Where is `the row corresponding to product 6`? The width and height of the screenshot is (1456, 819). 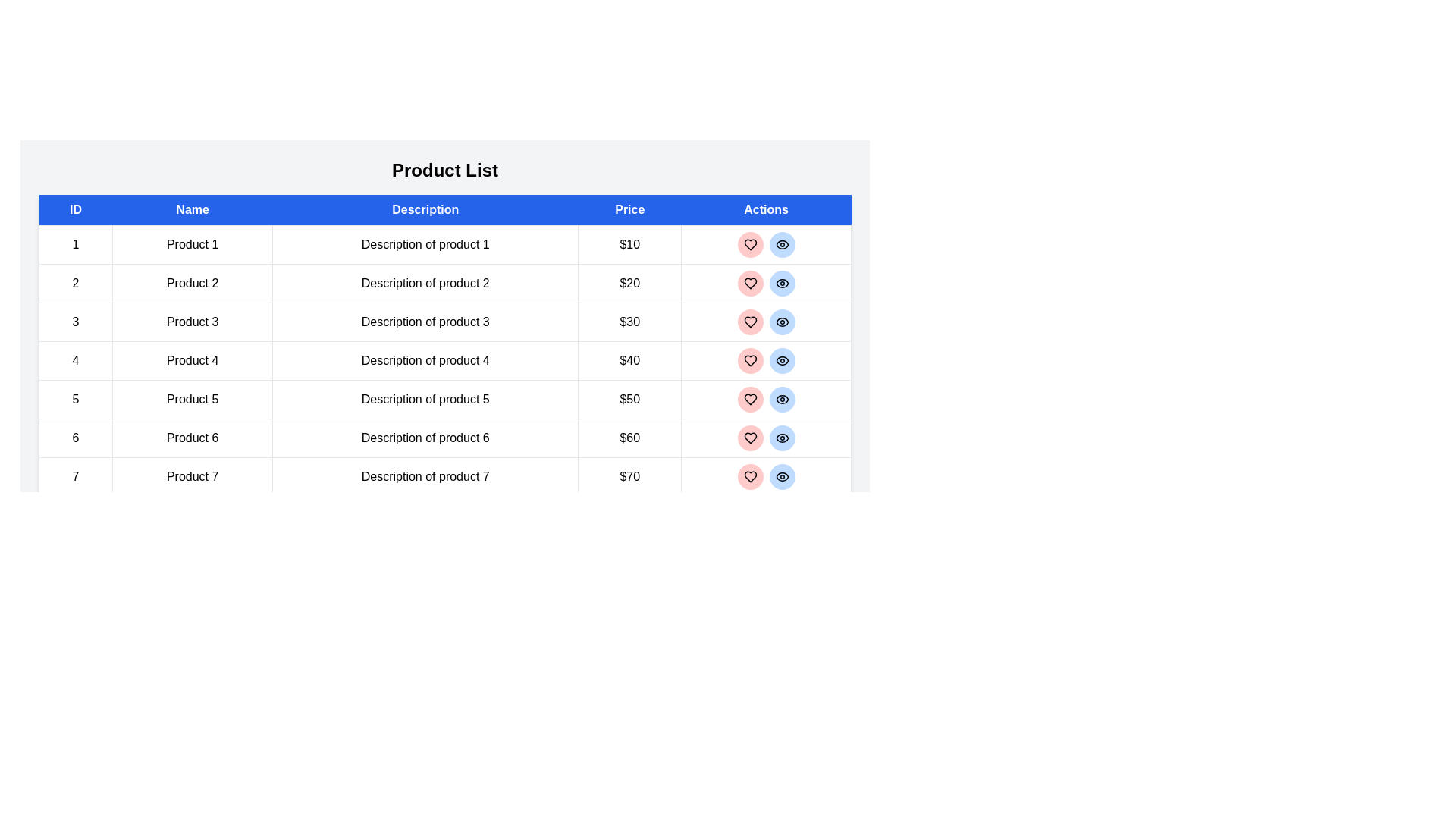
the row corresponding to product 6 is located at coordinates (444, 438).